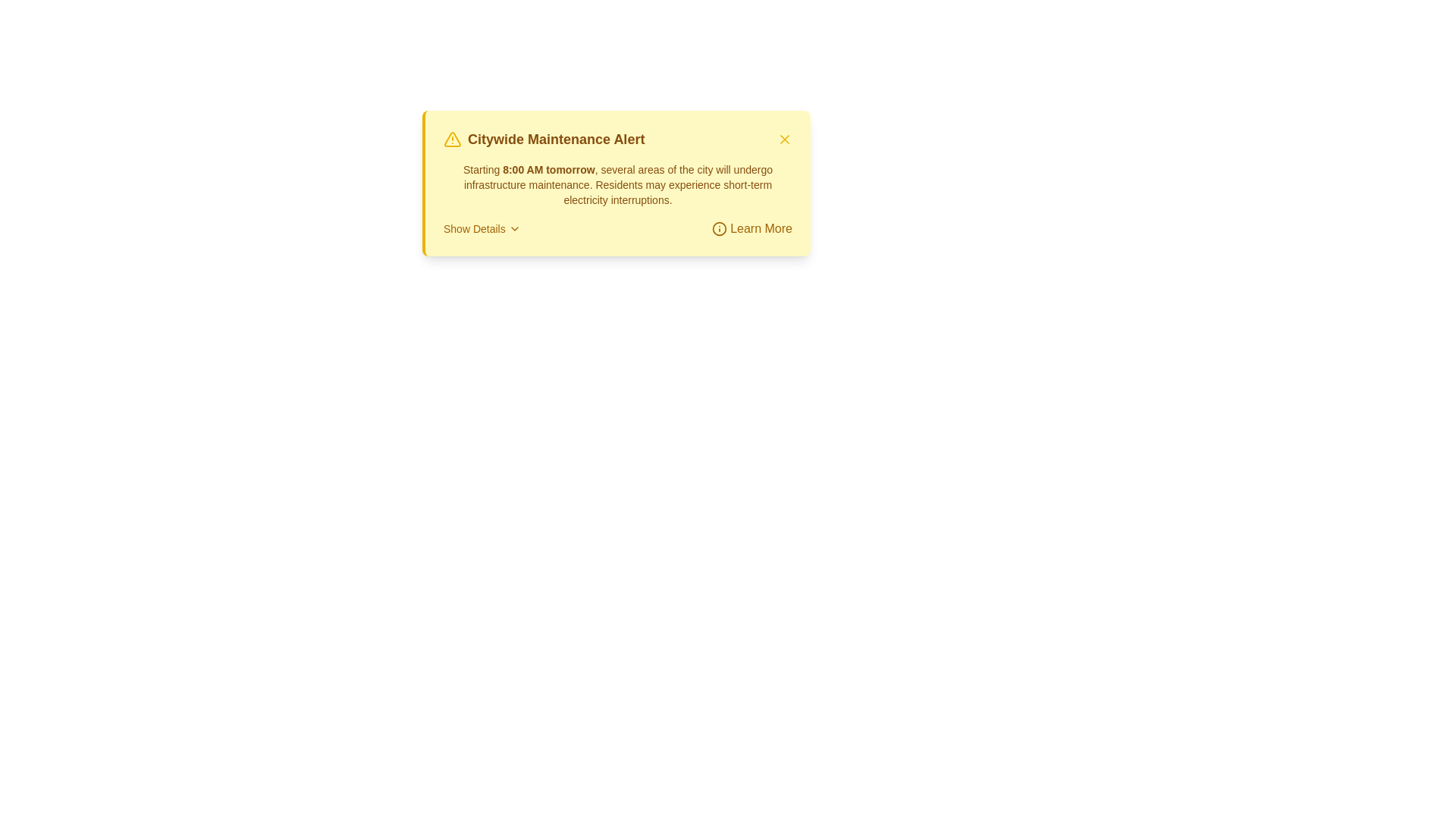 This screenshot has height=819, width=1456. What do you see at coordinates (548, 169) in the screenshot?
I see `the text label displaying '8:00 AM tomorrow' in a bold, brown font, located within the yellow alert box under the title 'Citywide Maintenance Alert.'` at bounding box center [548, 169].